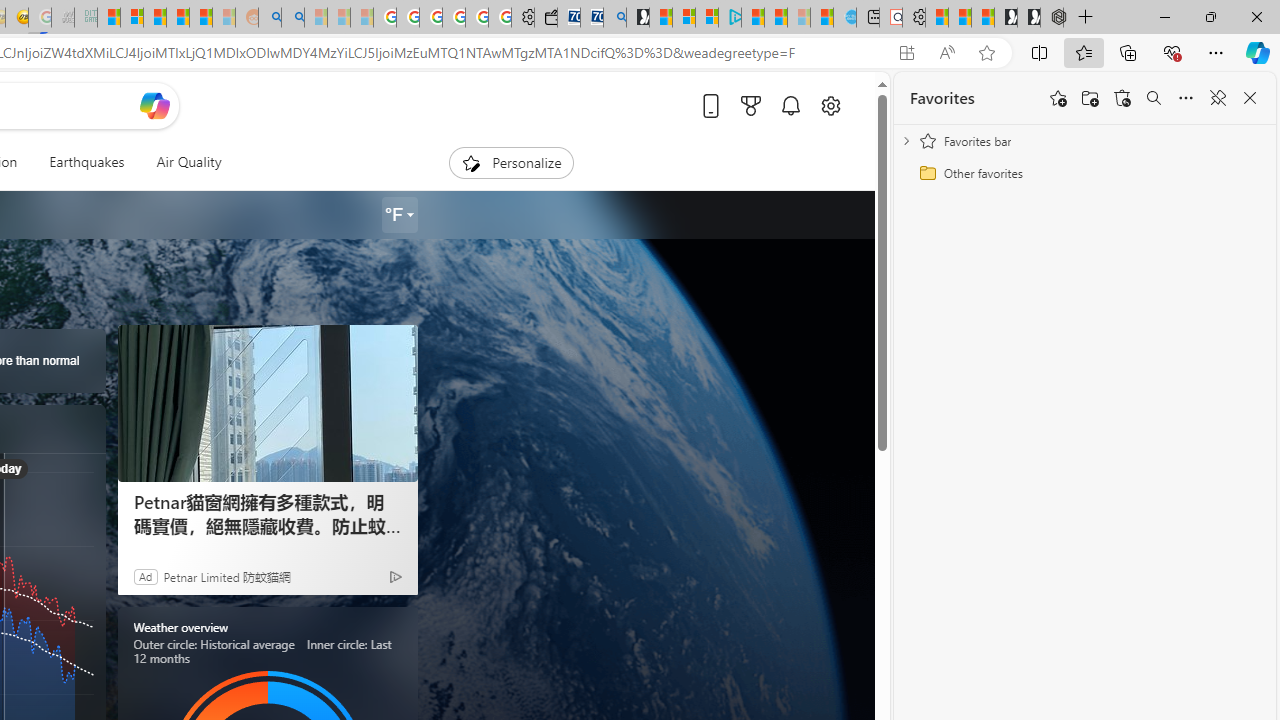 This screenshot has height=720, width=1280. Describe the element at coordinates (905, 52) in the screenshot. I see `'App available. Install Microsoft Start Weather'` at that location.